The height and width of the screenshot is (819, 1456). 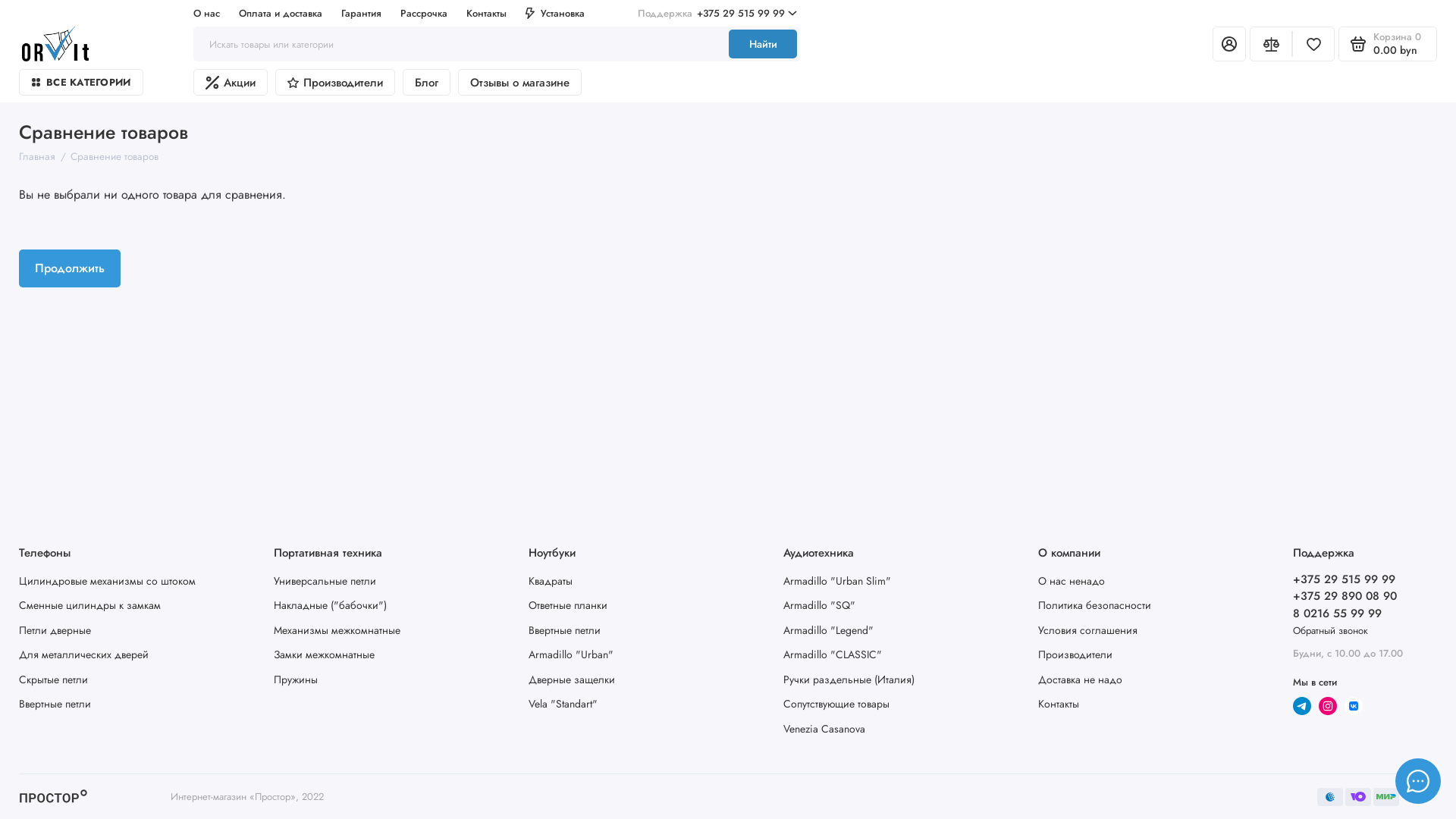 I want to click on 'Vk', so click(x=1354, y=705).